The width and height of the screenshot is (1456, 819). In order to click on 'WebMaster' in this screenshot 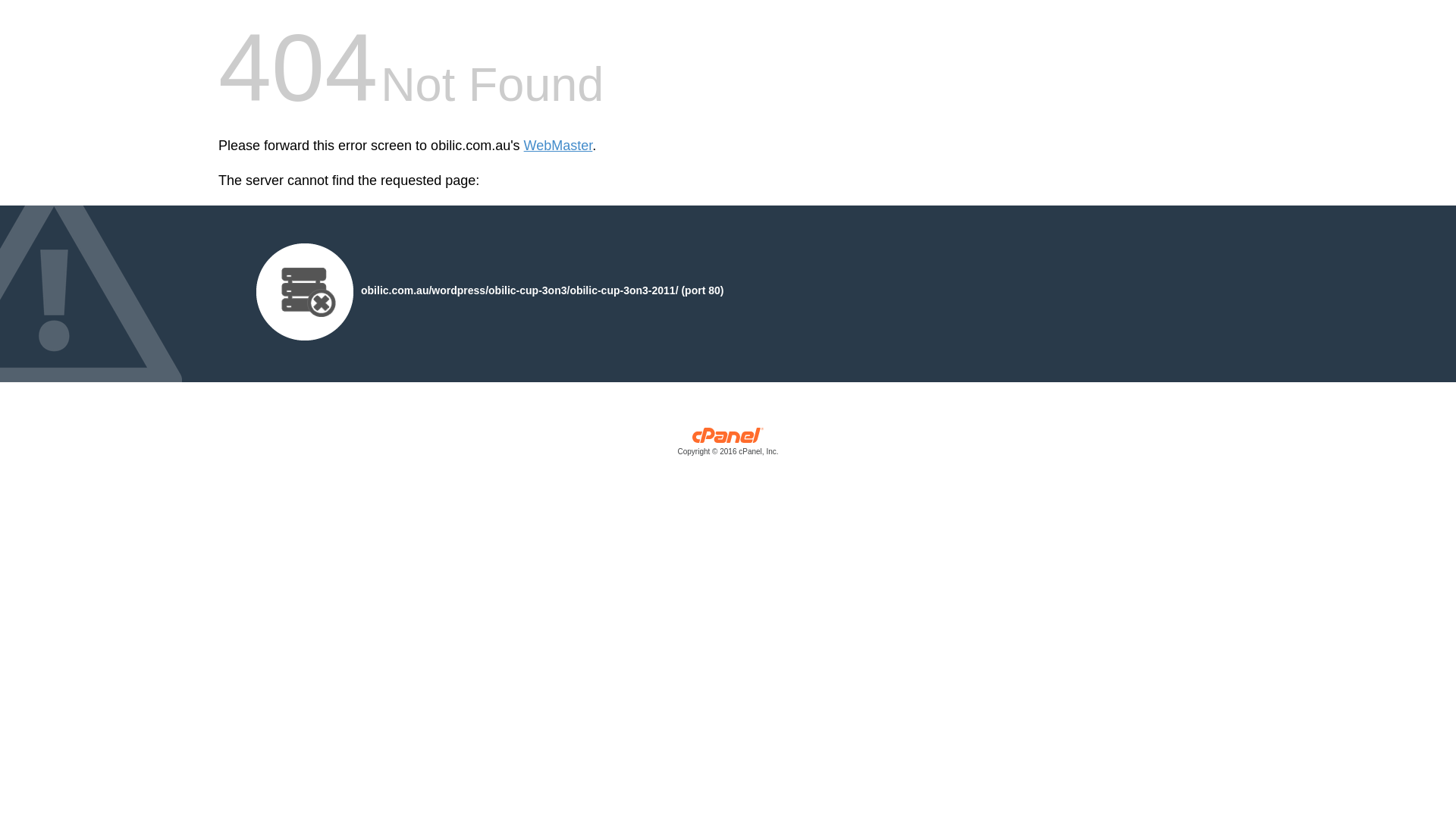, I will do `click(557, 146)`.